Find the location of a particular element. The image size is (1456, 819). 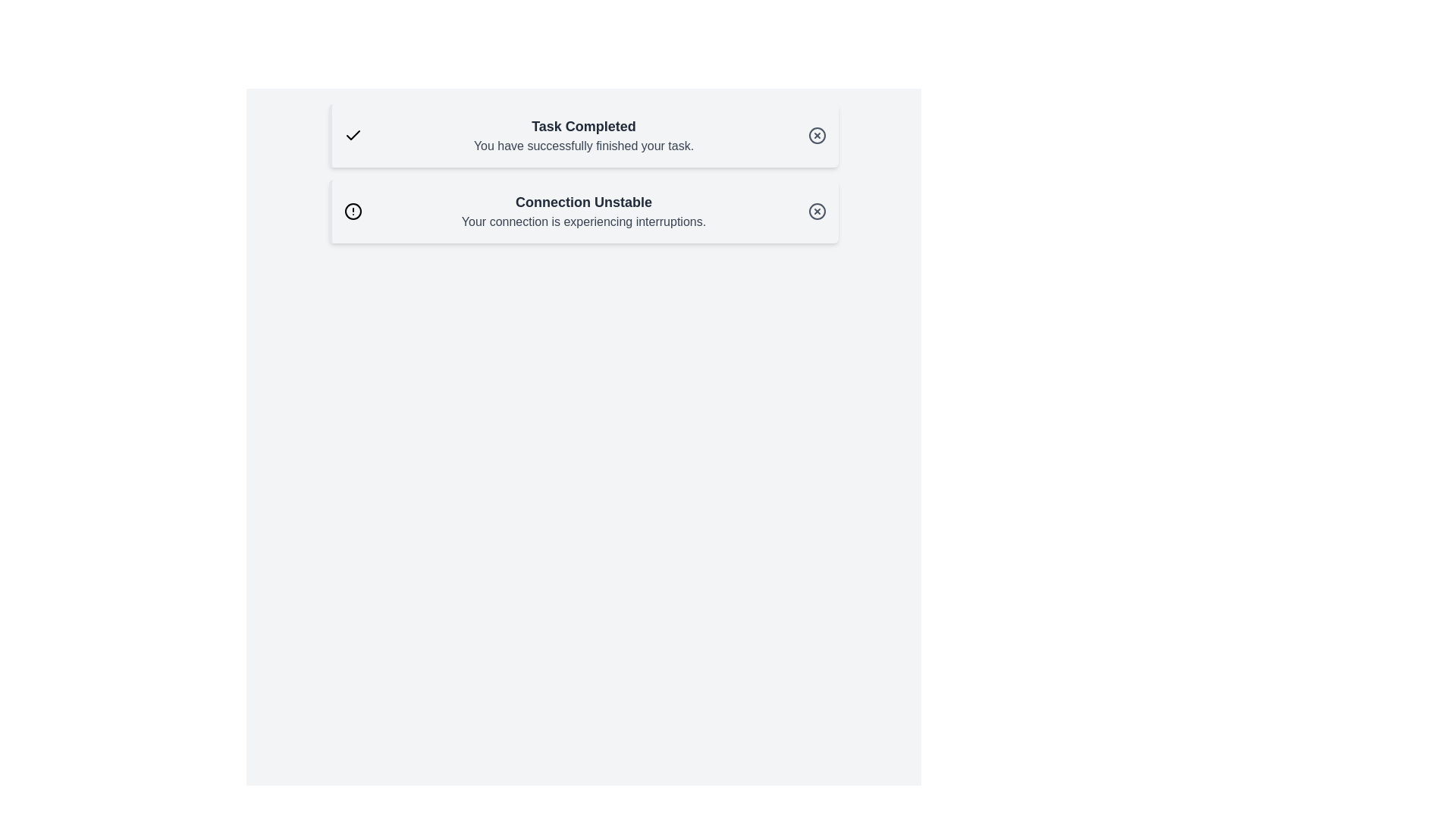

the checkmark icon located within the top notification rectangle, adjacent to the 'Task Completed' text is located at coordinates (352, 134).